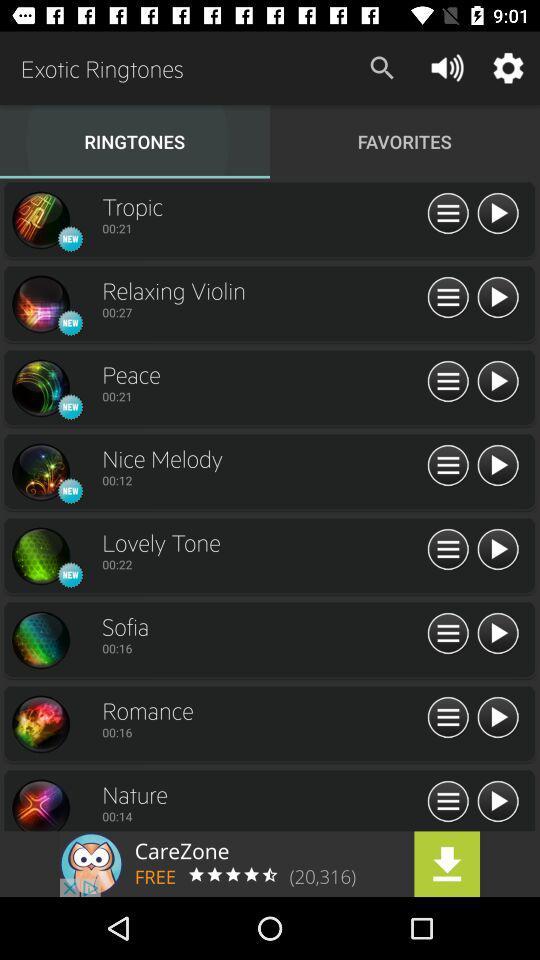 This screenshot has width=540, height=960. Describe the element at coordinates (448, 466) in the screenshot. I see `see more options` at that location.